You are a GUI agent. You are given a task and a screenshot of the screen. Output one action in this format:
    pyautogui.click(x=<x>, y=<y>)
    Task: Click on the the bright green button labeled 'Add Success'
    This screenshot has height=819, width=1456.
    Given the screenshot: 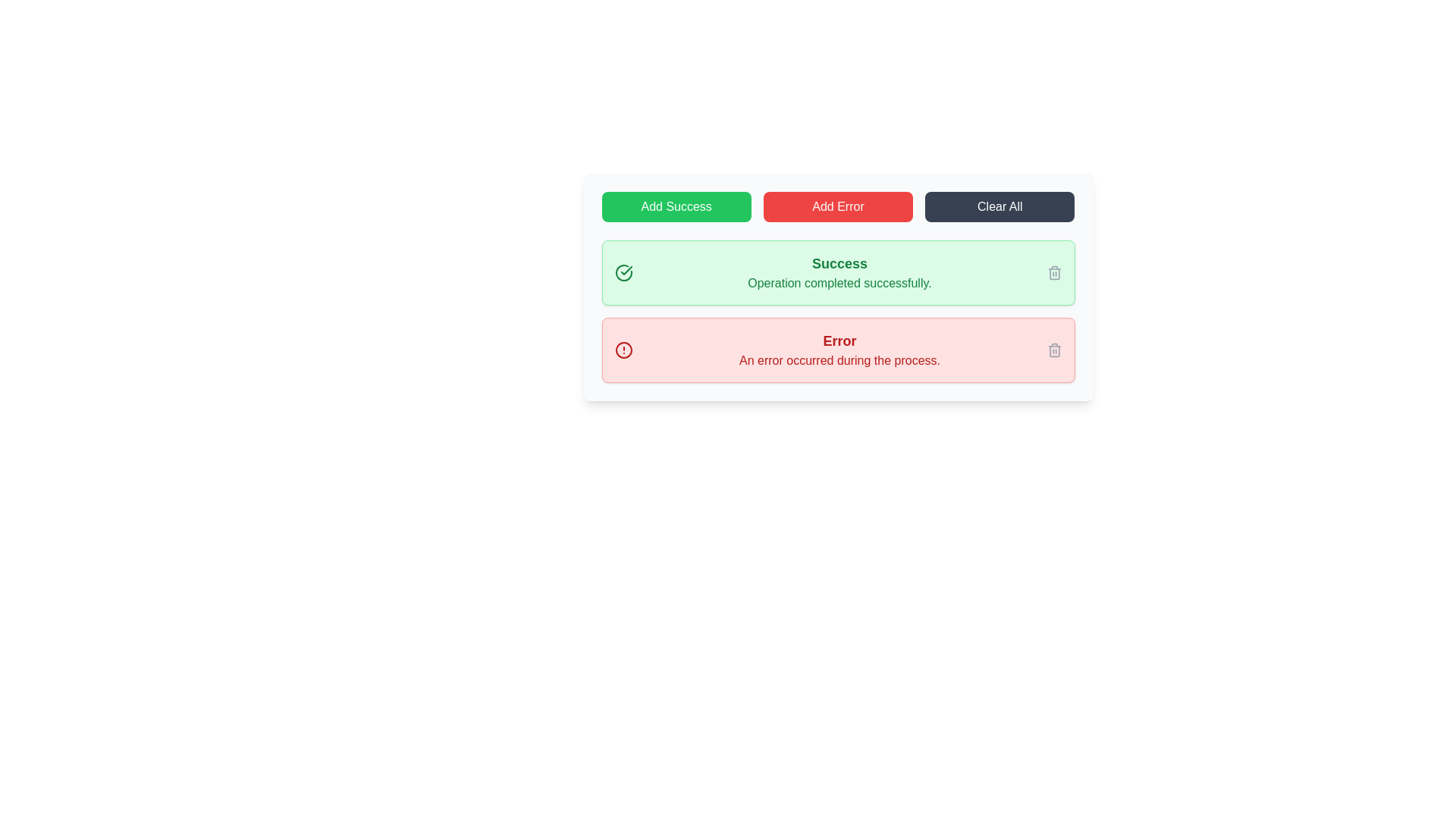 What is the action you would take?
    pyautogui.click(x=676, y=207)
    